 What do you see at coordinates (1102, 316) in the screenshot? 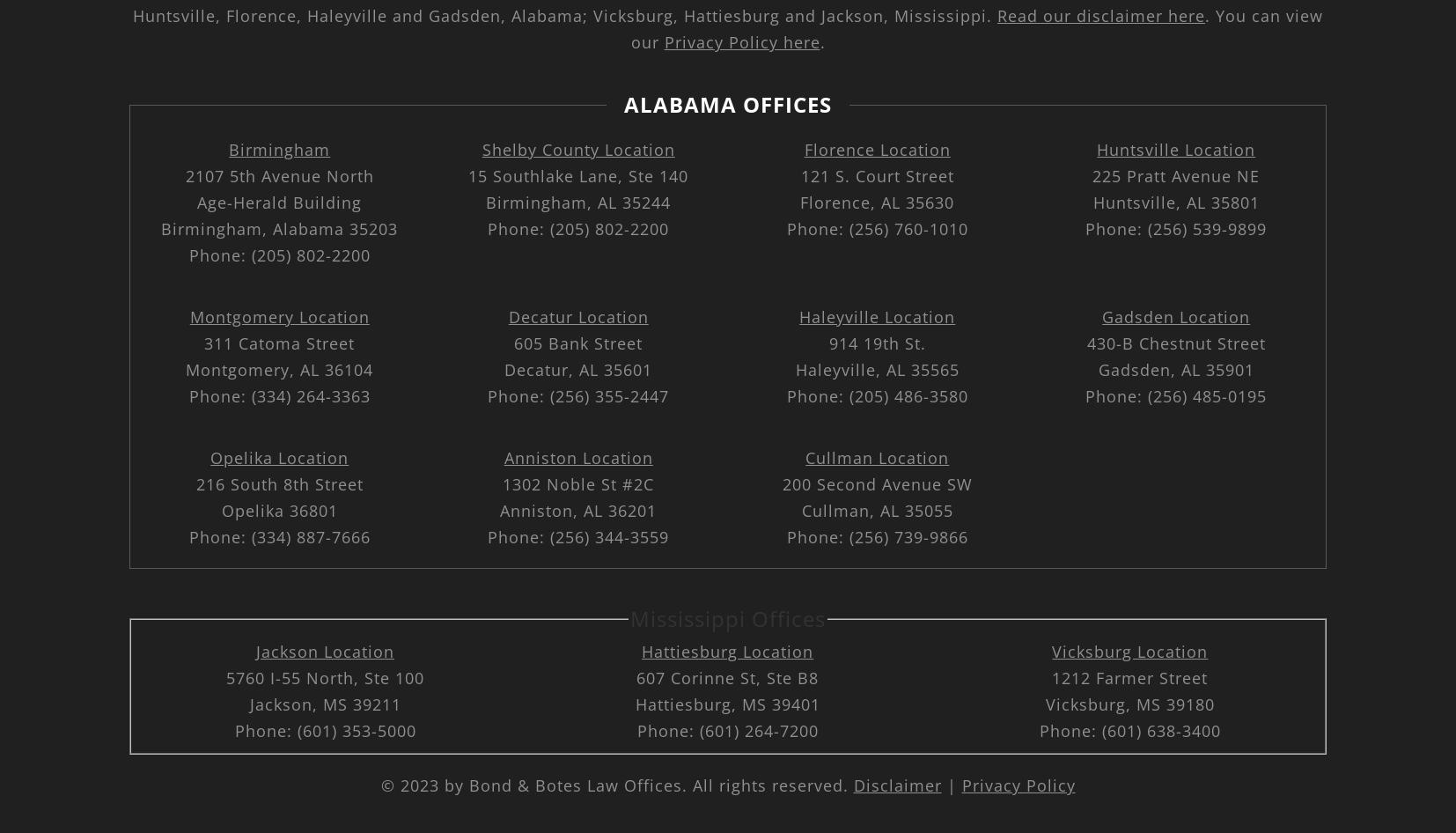
I see `'Gadsden Location'` at bounding box center [1102, 316].